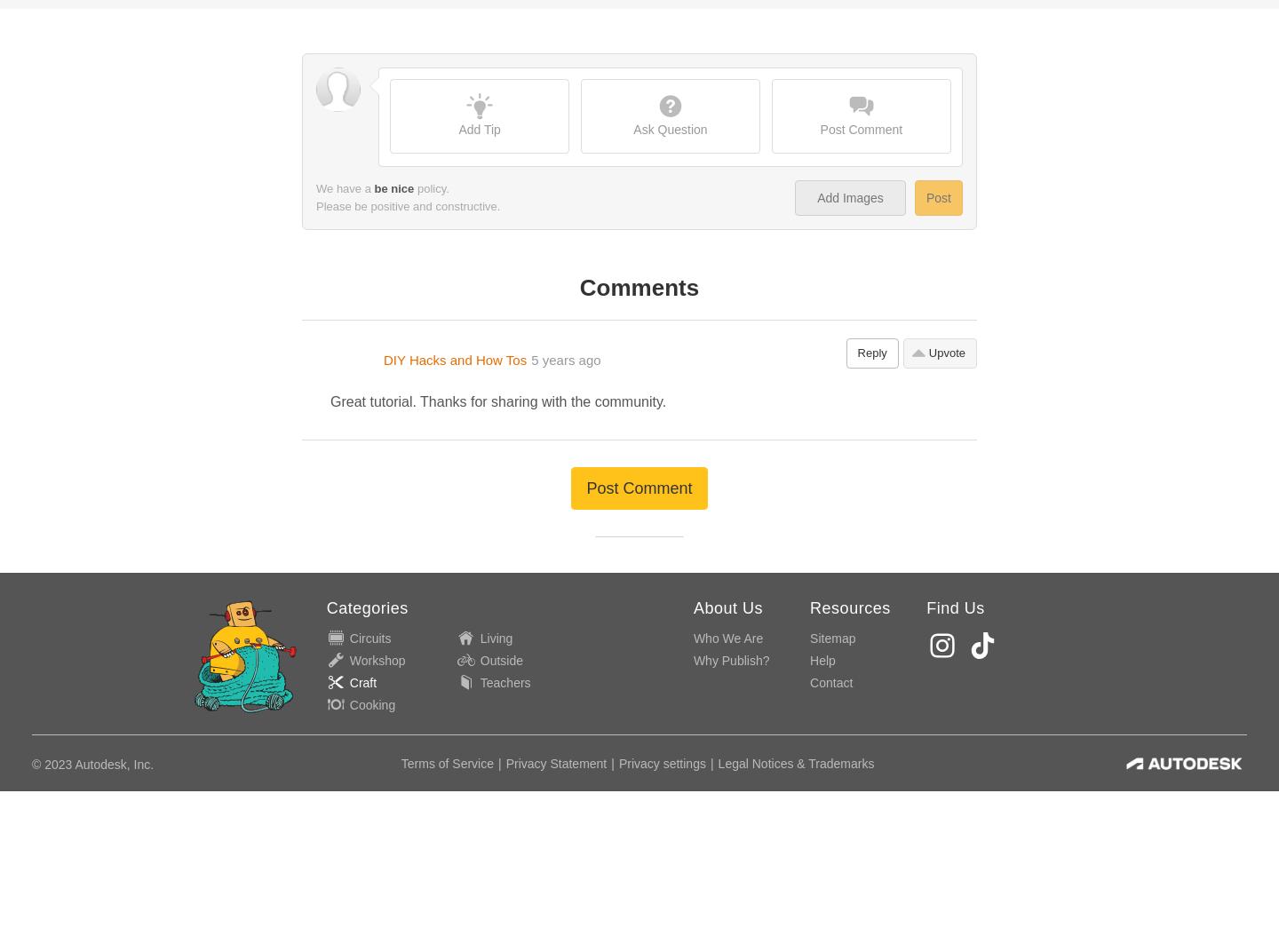 Image resolution: width=1279 pixels, height=952 pixels. Describe the element at coordinates (92, 354) in the screenshot. I see `'© 2023 Autodesk, Inc.'` at that location.